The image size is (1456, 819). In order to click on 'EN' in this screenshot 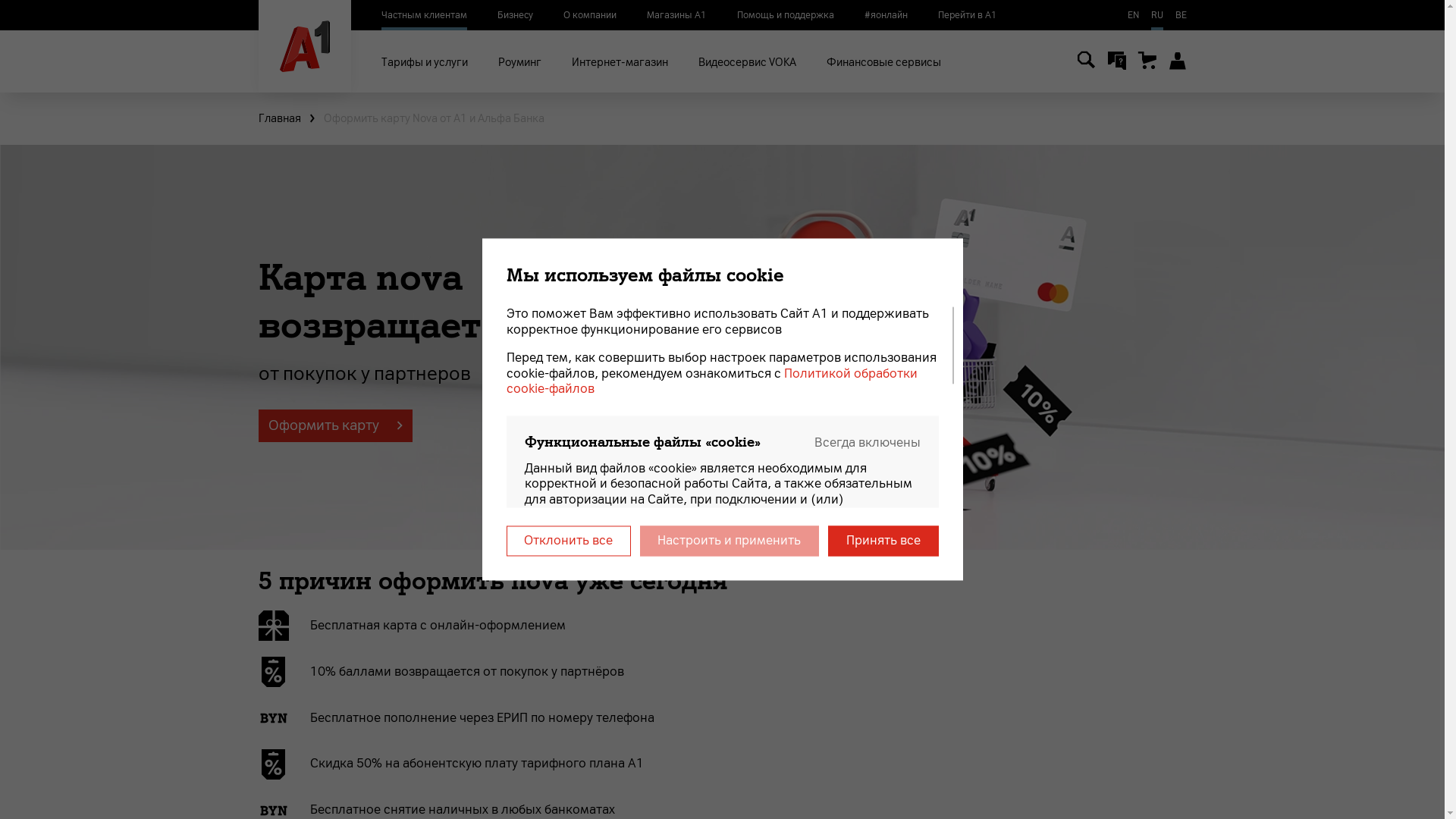, I will do `click(1132, 14)`.